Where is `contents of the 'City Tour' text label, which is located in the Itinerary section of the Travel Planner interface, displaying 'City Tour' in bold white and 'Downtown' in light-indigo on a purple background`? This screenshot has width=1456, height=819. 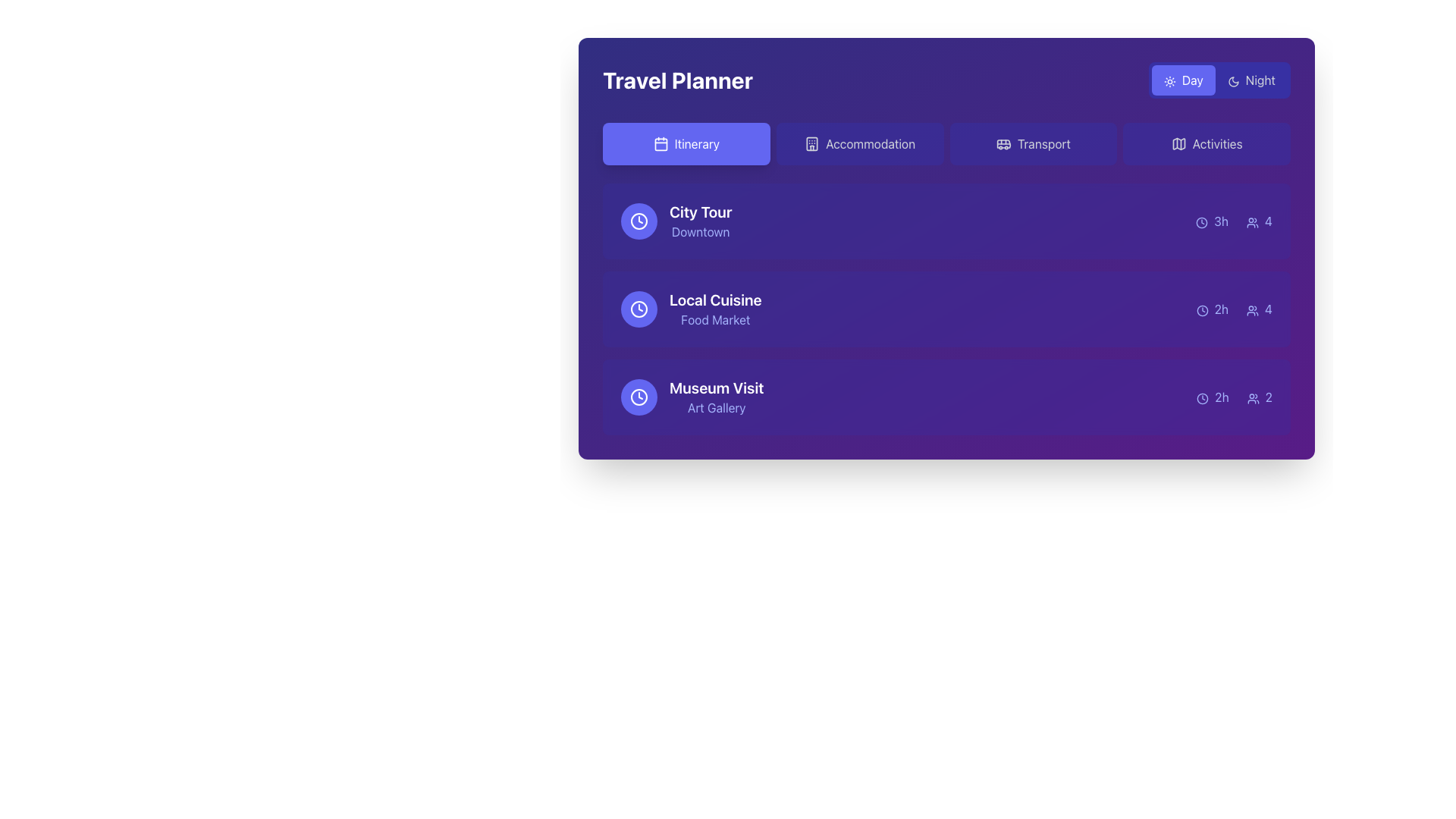
contents of the 'City Tour' text label, which is located in the Itinerary section of the Travel Planner interface, displaying 'City Tour' in bold white and 'Downtown' in light-indigo on a purple background is located at coordinates (700, 221).